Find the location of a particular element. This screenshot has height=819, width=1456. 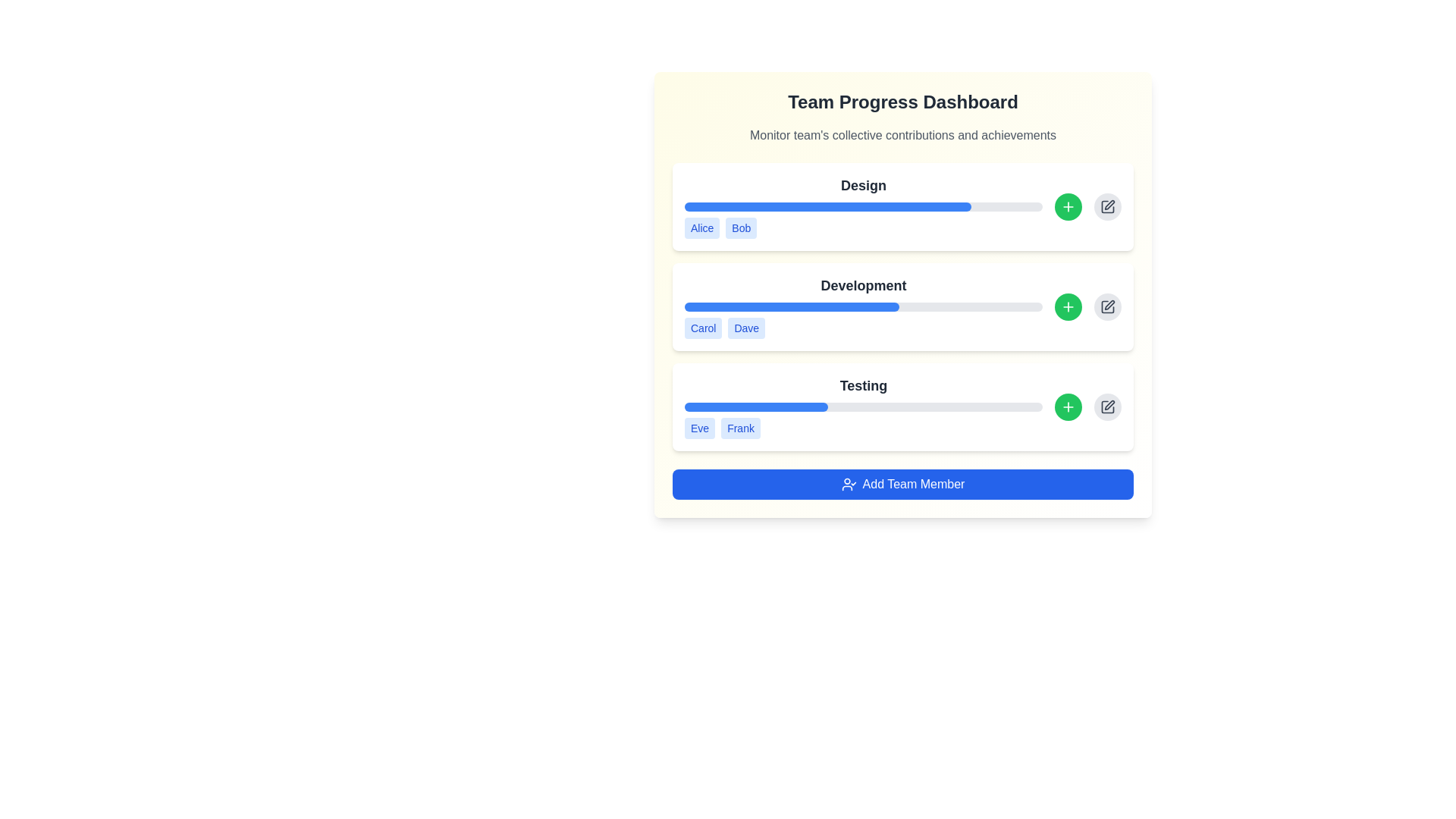

the progress bar of the 'Design' task in the 'Team Progress Dashboard' is located at coordinates (902, 207).